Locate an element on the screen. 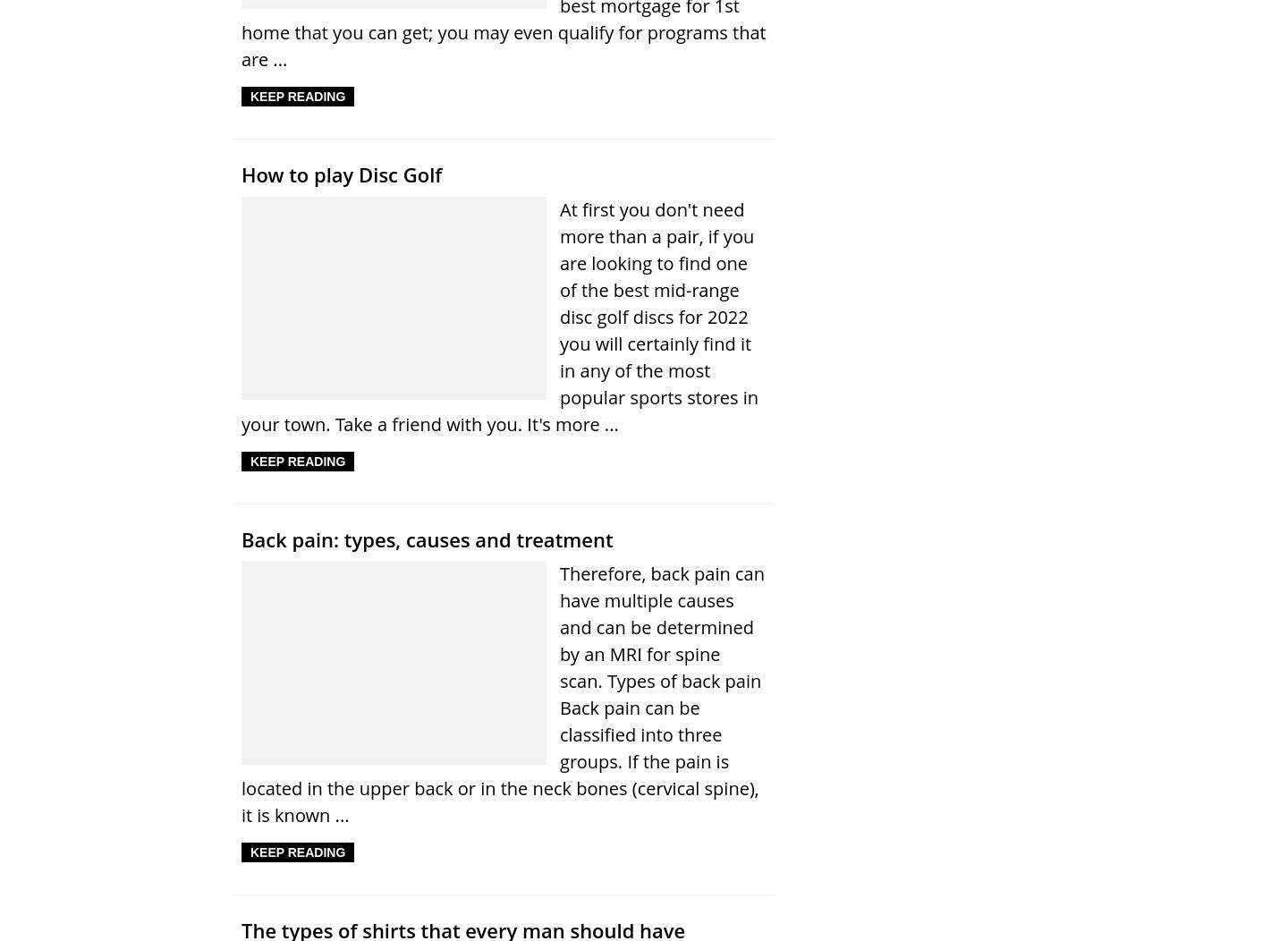 This screenshot has width=1288, height=941. 'Home' is located at coordinates (513, 262).